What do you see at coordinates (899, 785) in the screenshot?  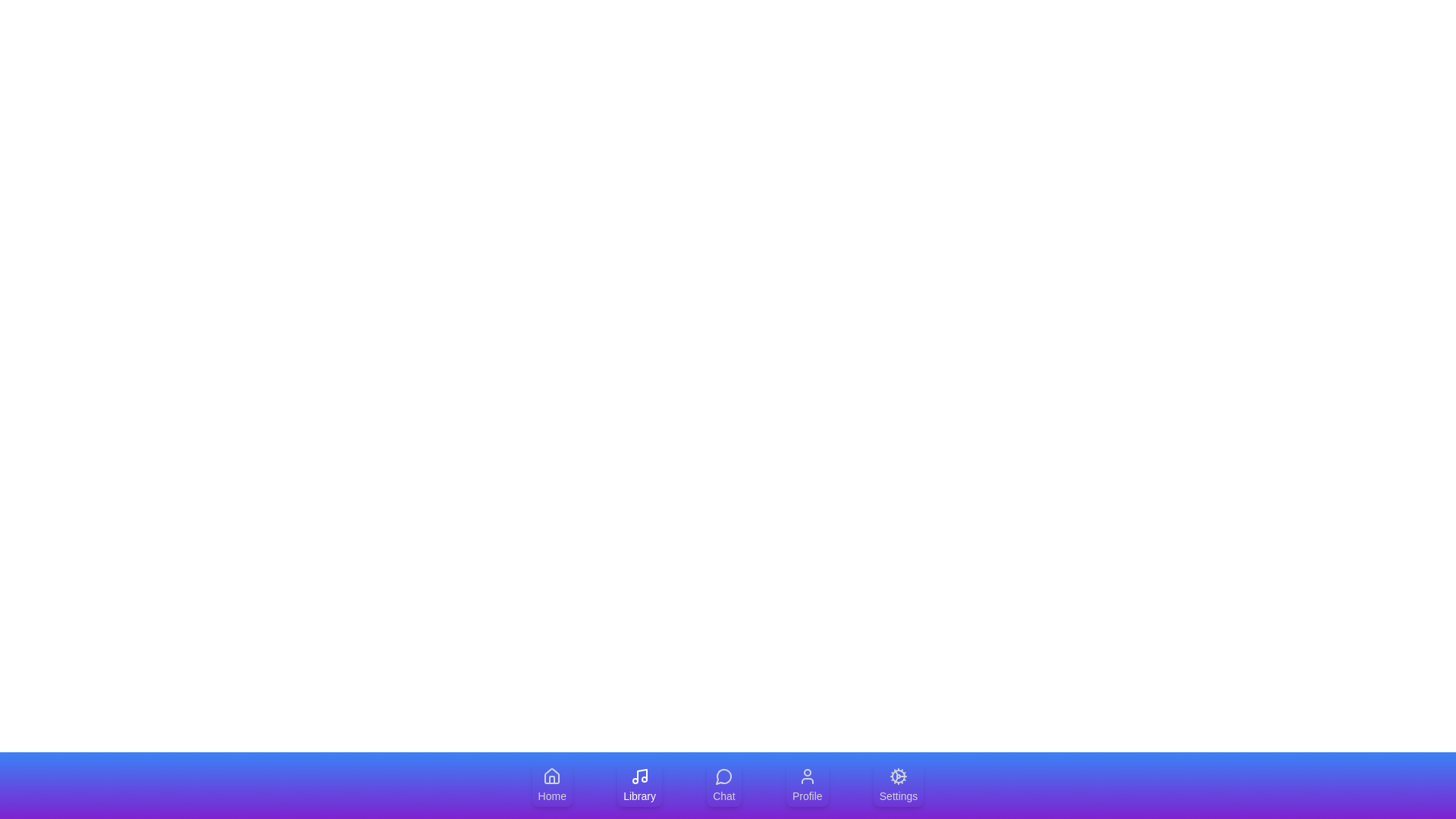 I see `the tab labeled Settings` at bounding box center [899, 785].